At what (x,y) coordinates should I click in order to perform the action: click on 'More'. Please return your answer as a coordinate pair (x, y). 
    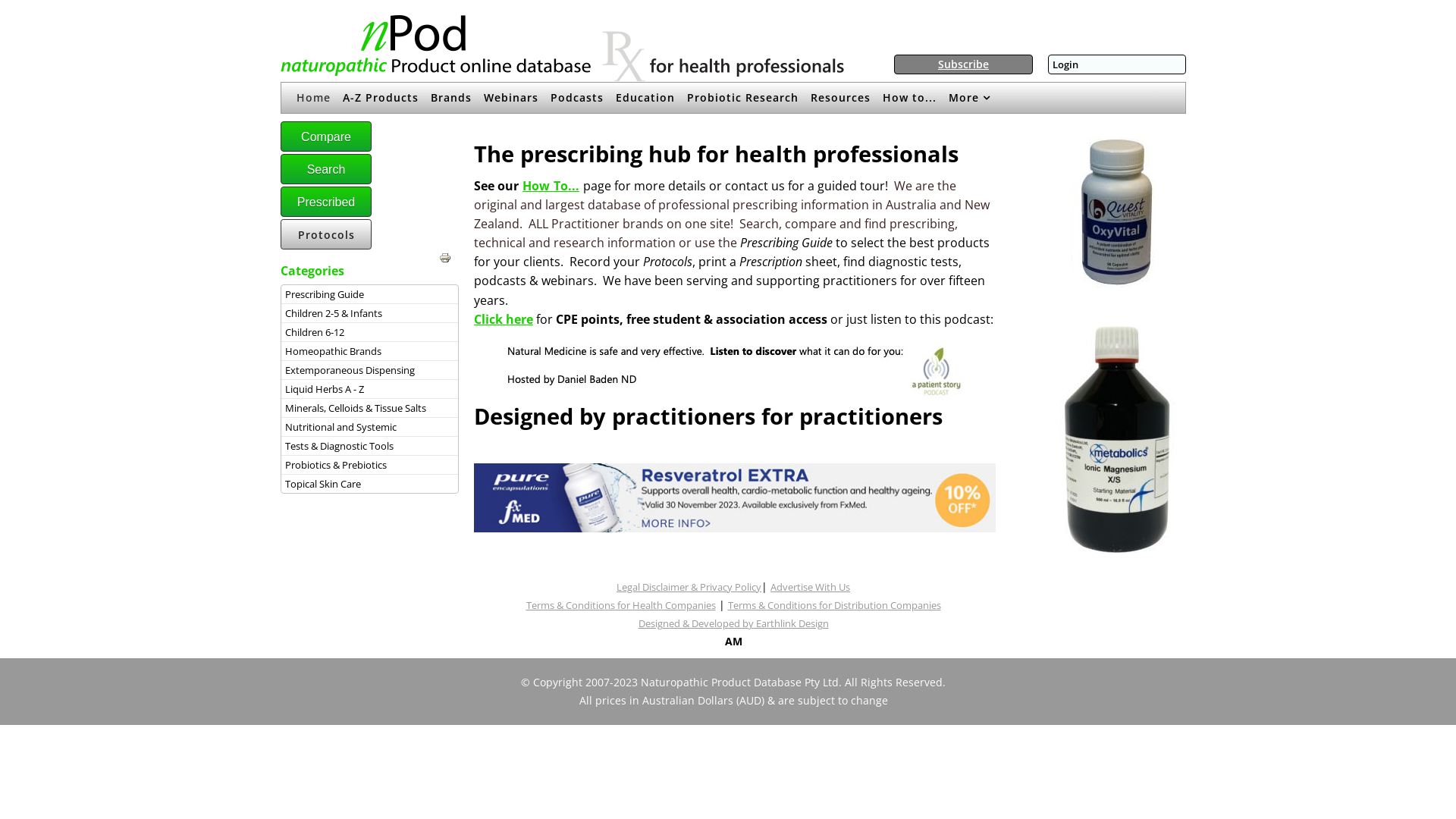
    Looking at the image, I should click on (968, 97).